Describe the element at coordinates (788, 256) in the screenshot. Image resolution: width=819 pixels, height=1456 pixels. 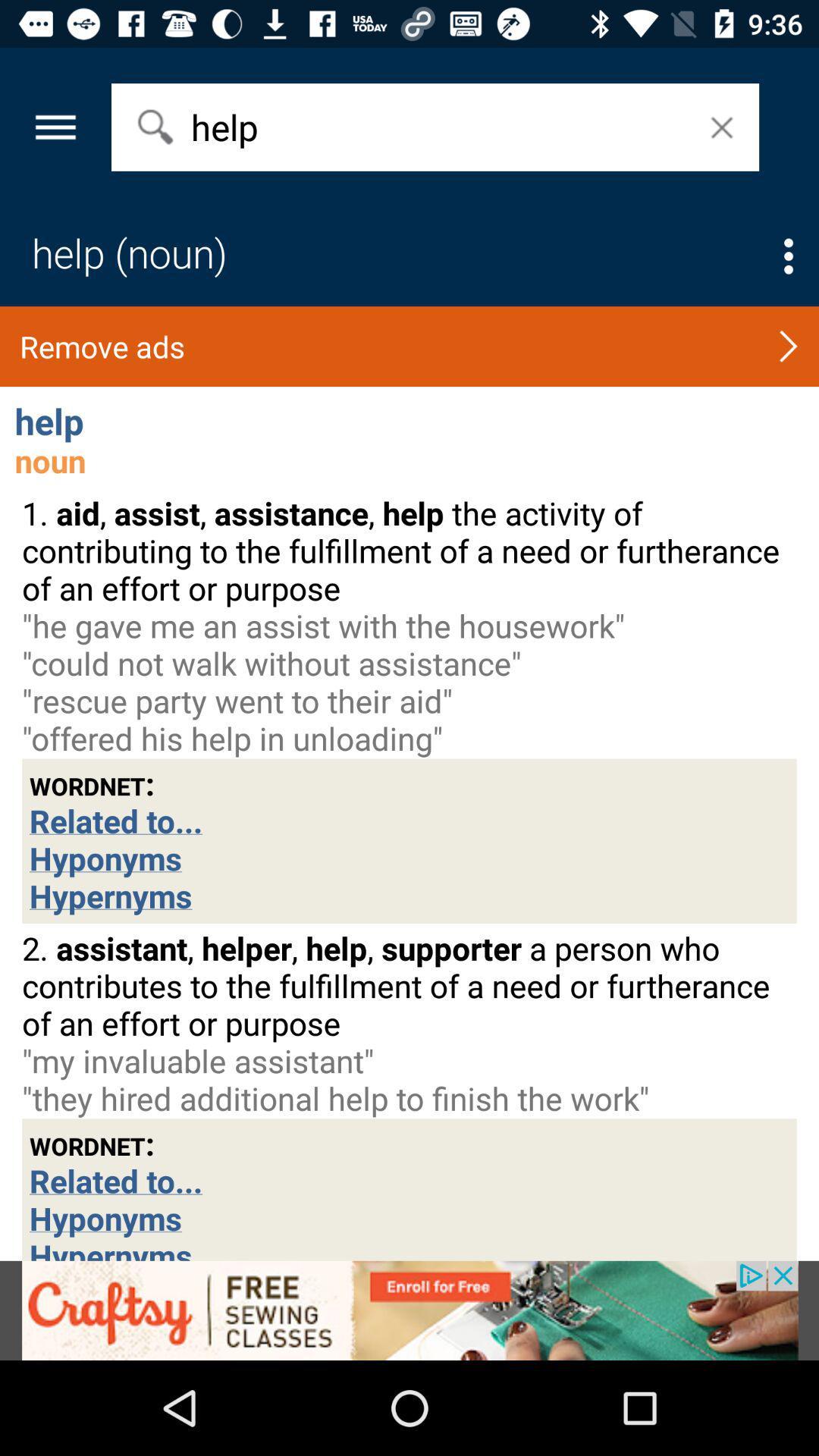
I see `options select` at that location.